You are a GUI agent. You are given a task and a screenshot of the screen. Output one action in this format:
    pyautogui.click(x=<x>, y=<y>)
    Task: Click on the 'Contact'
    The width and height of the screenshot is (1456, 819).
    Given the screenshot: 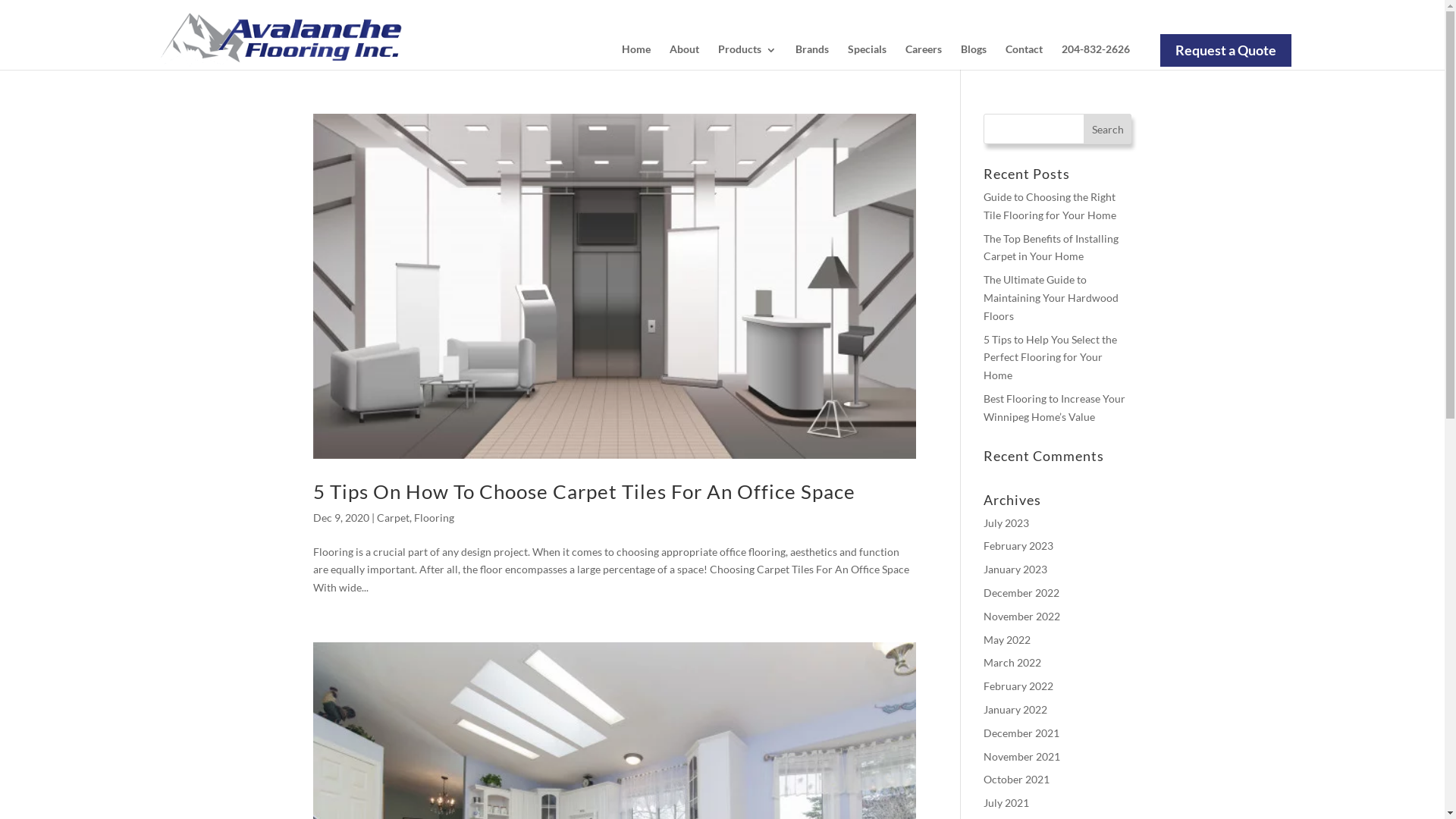 What is the action you would take?
    pyautogui.click(x=1005, y=51)
    